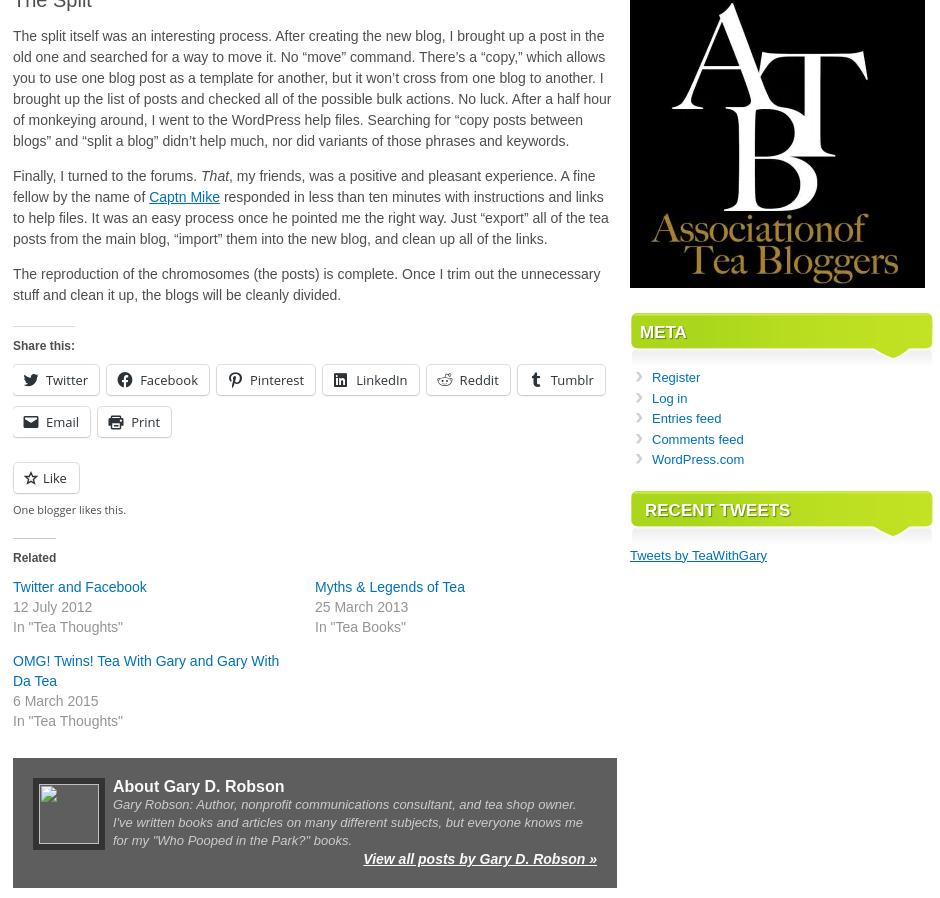 The width and height of the screenshot is (940, 898). I want to click on 'Print', so click(130, 421).